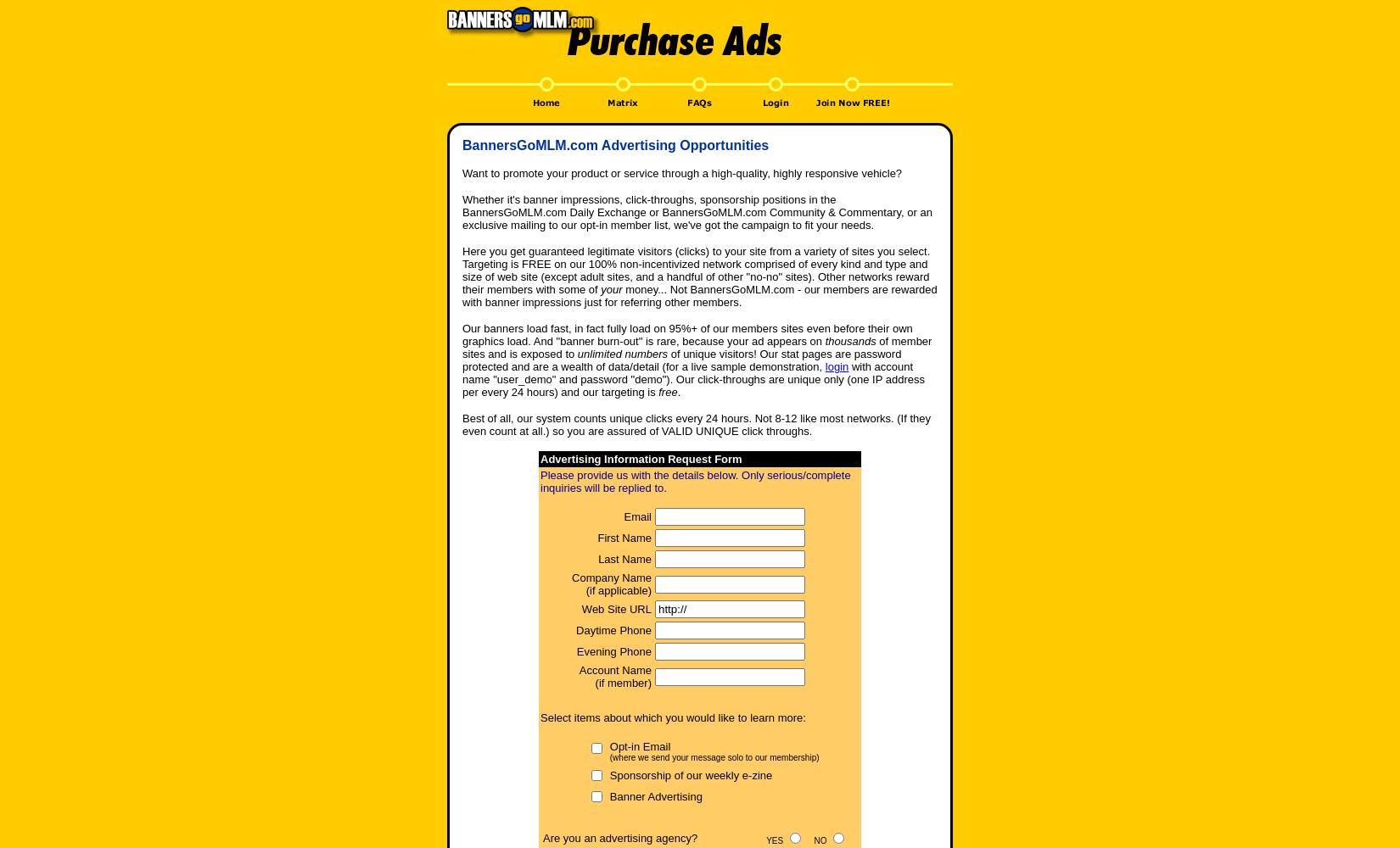 The image size is (1400, 848). Describe the element at coordinates (694, 481) in the screenshot. I see `'Please provide us with the details below. Only serious/complete inquiries will be replied to.'` at that location.